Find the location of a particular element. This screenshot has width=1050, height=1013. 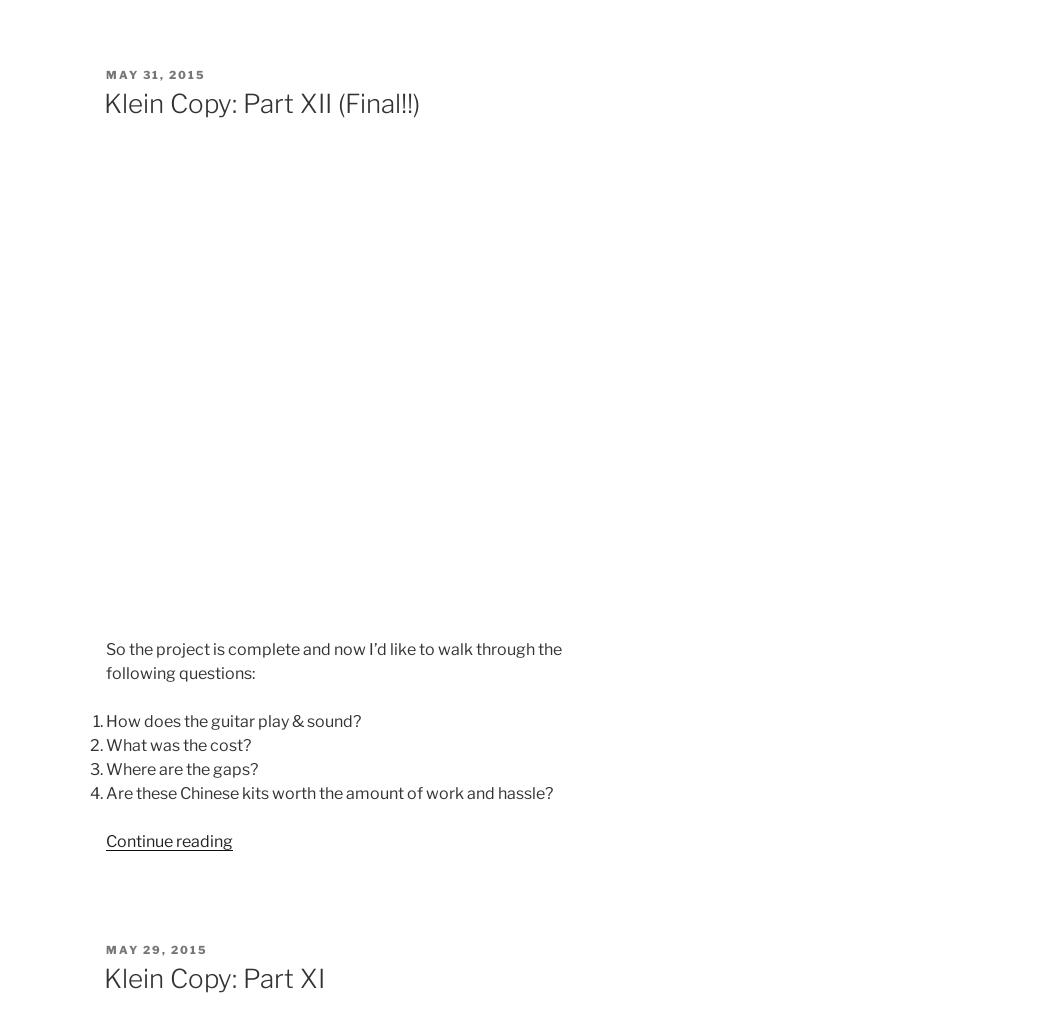

'Continue reading' is located at coordinates (168, 839).